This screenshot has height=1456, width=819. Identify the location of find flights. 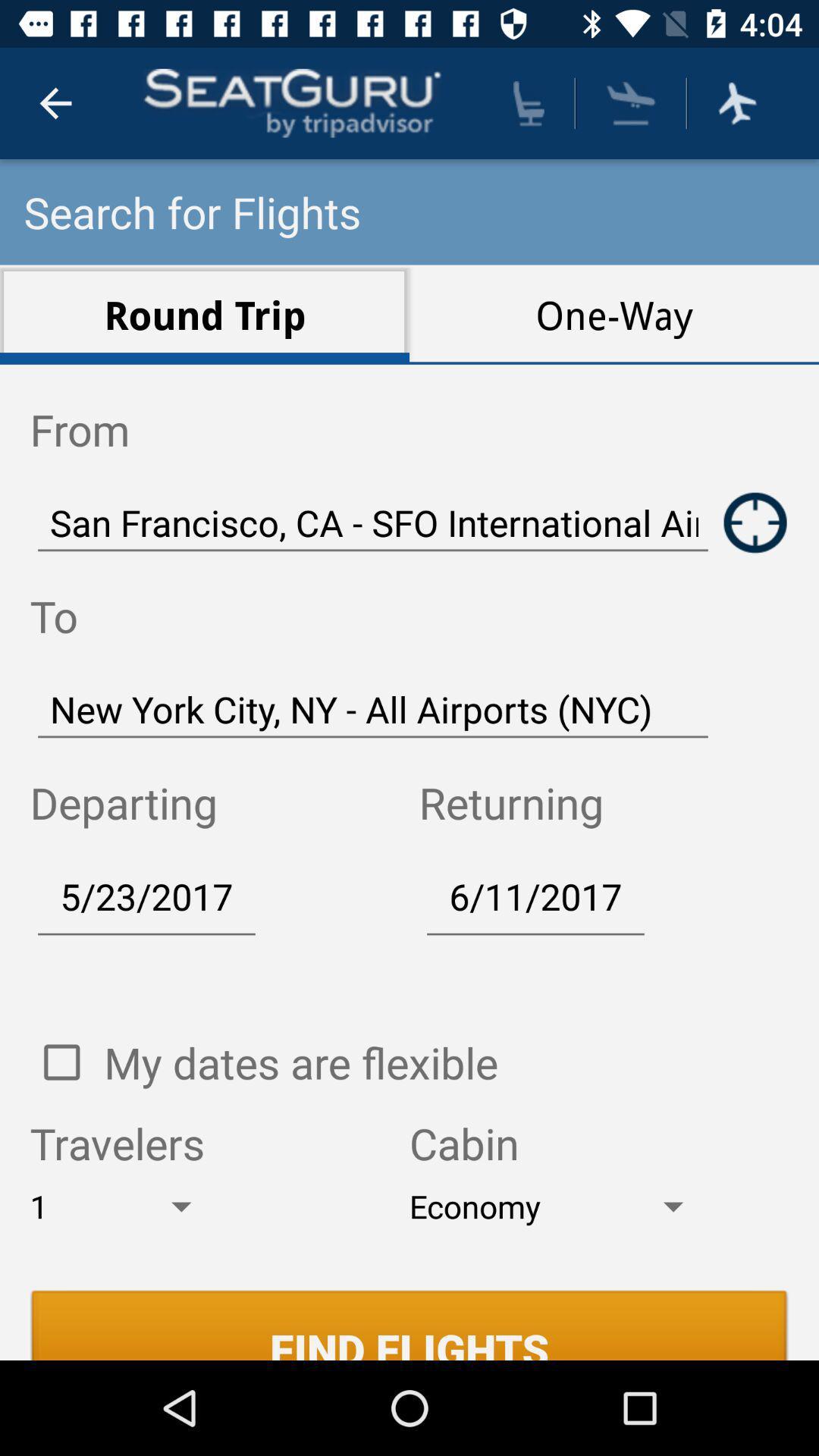
(409, 1324).